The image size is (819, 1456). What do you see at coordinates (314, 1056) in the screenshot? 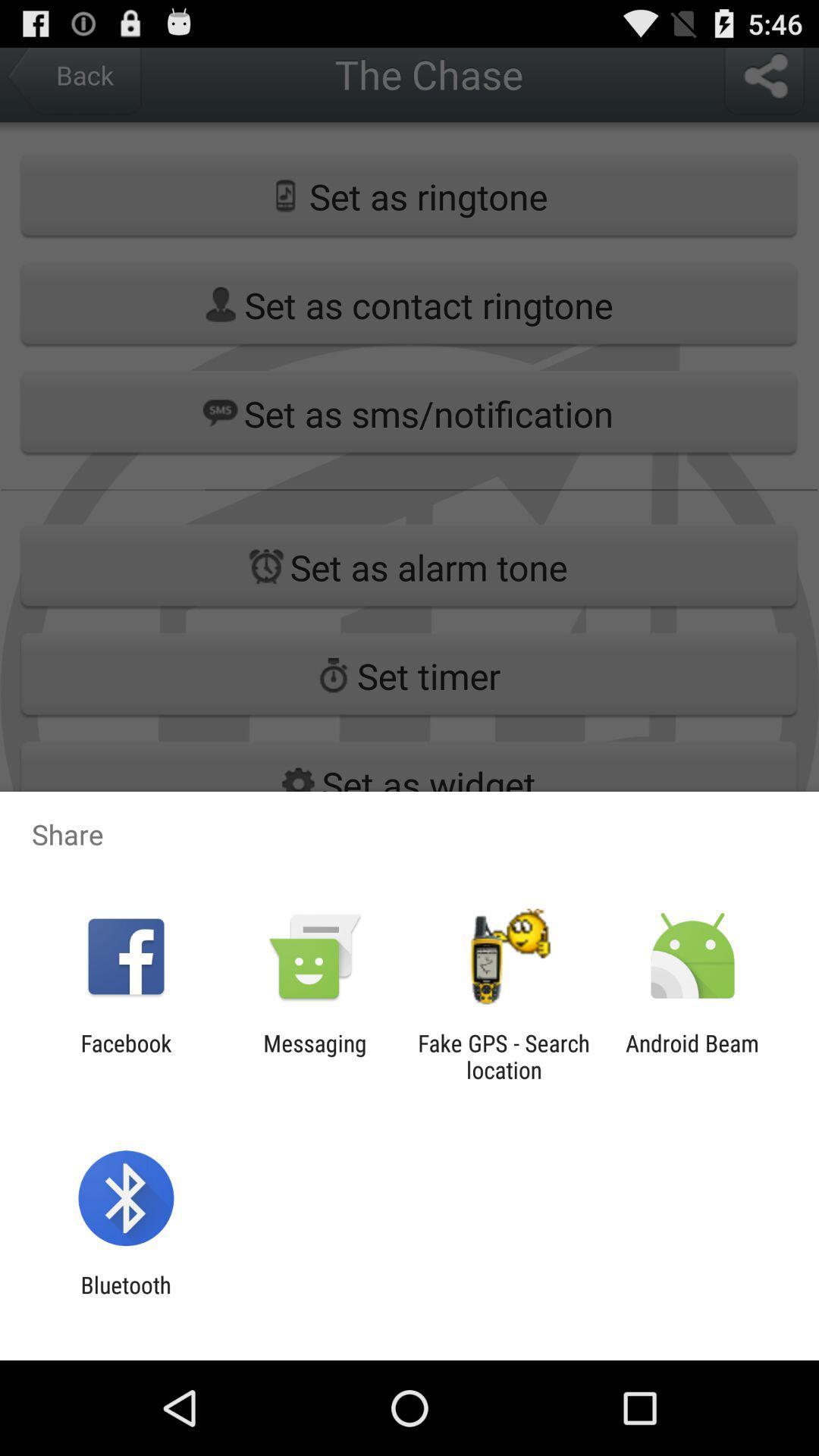
I see `messaging app` at bounding box center [314, 1056].